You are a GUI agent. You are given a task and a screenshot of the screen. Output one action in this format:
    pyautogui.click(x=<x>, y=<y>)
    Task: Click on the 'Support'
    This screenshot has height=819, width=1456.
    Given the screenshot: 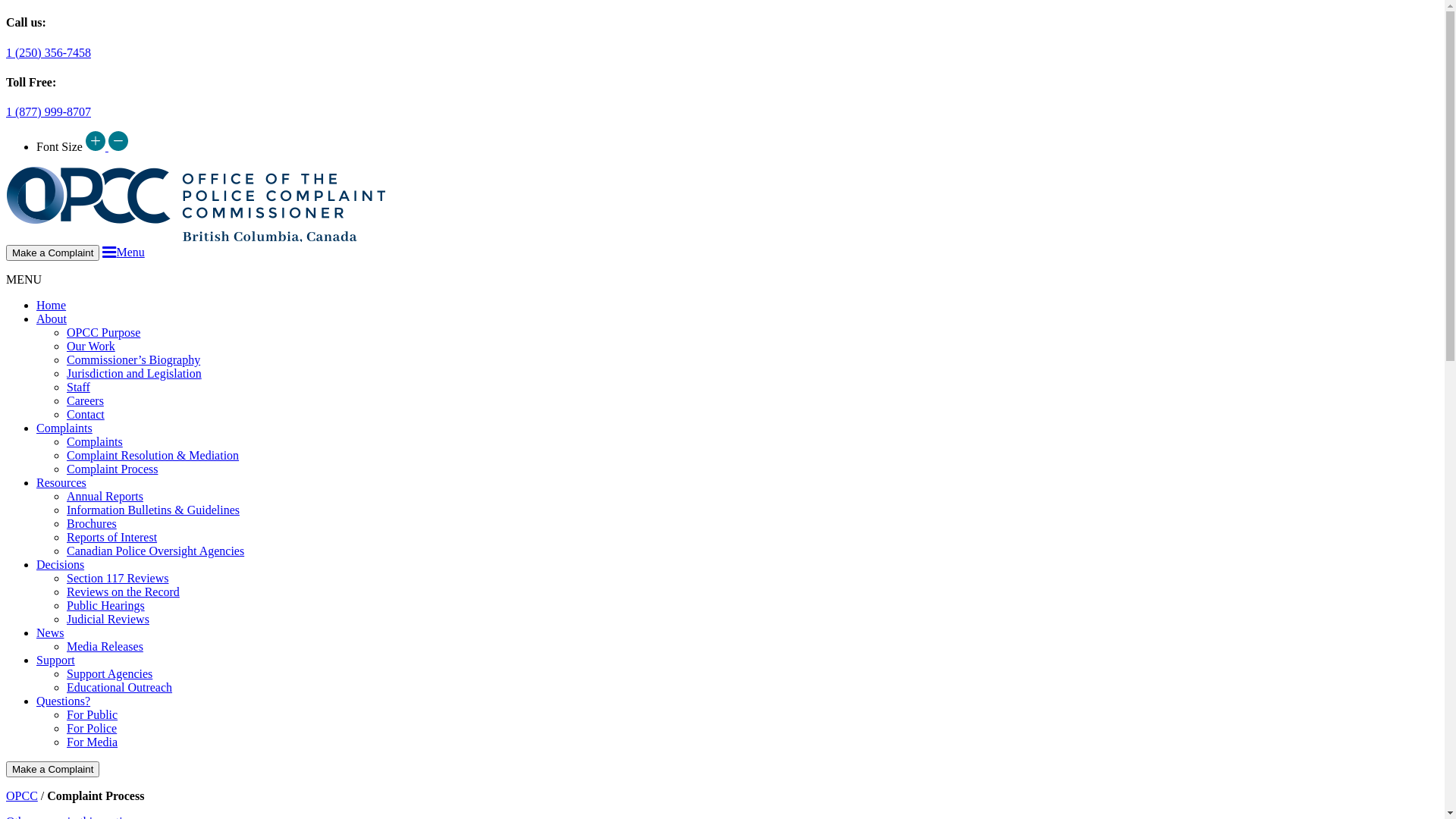 What is the action you would take?
    pyautogui.click(x=36, y=659)
    